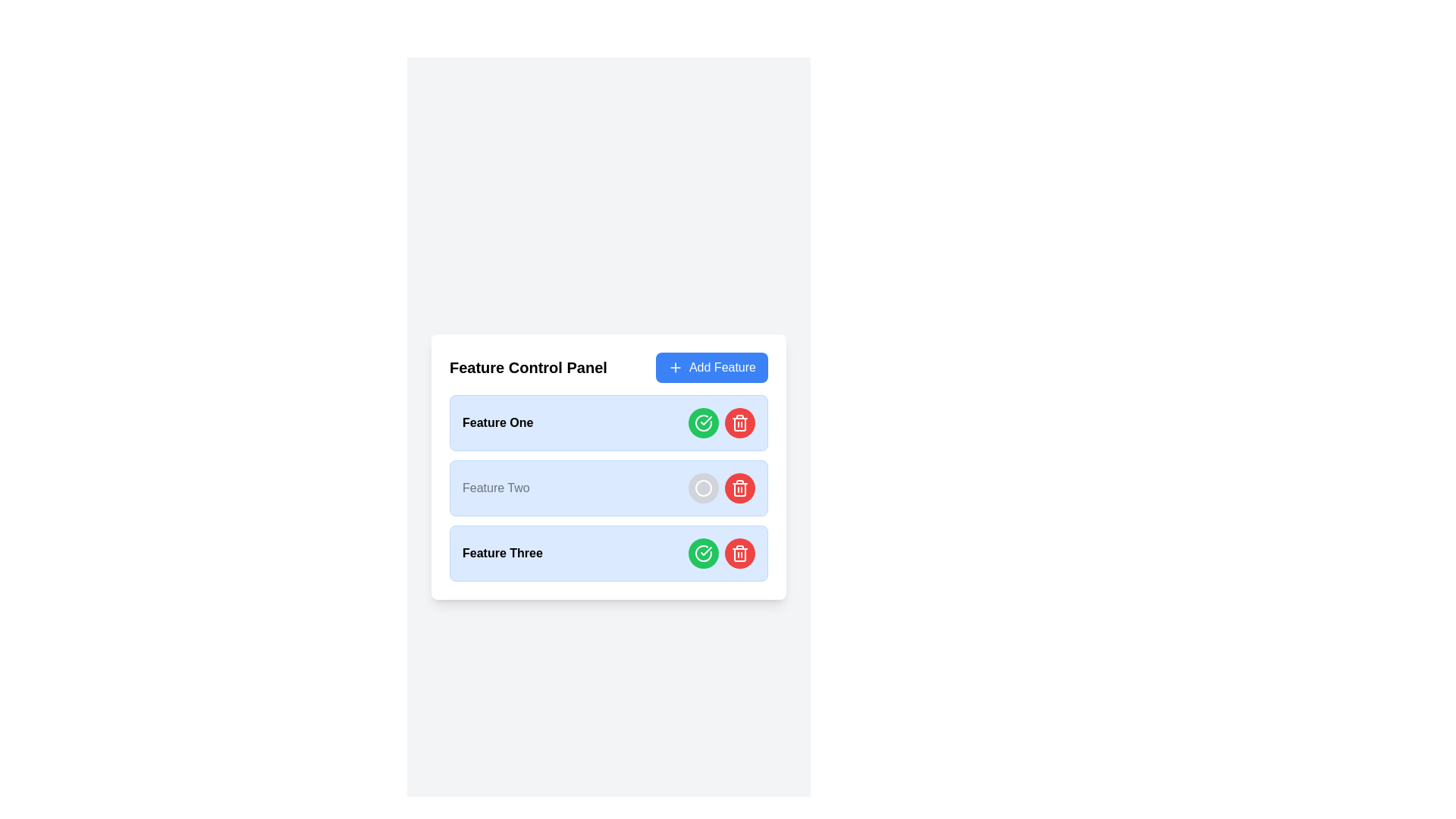 The width and height of the screenshot is (1456, 819). What do you see at coordinates (705, 421) in the screenshot?
I see `the checkmark icon in the 'Feature Three' row, which indicates confirmation or success status, located to the immediate left of the red delete button` at bounding box center [705, 421].